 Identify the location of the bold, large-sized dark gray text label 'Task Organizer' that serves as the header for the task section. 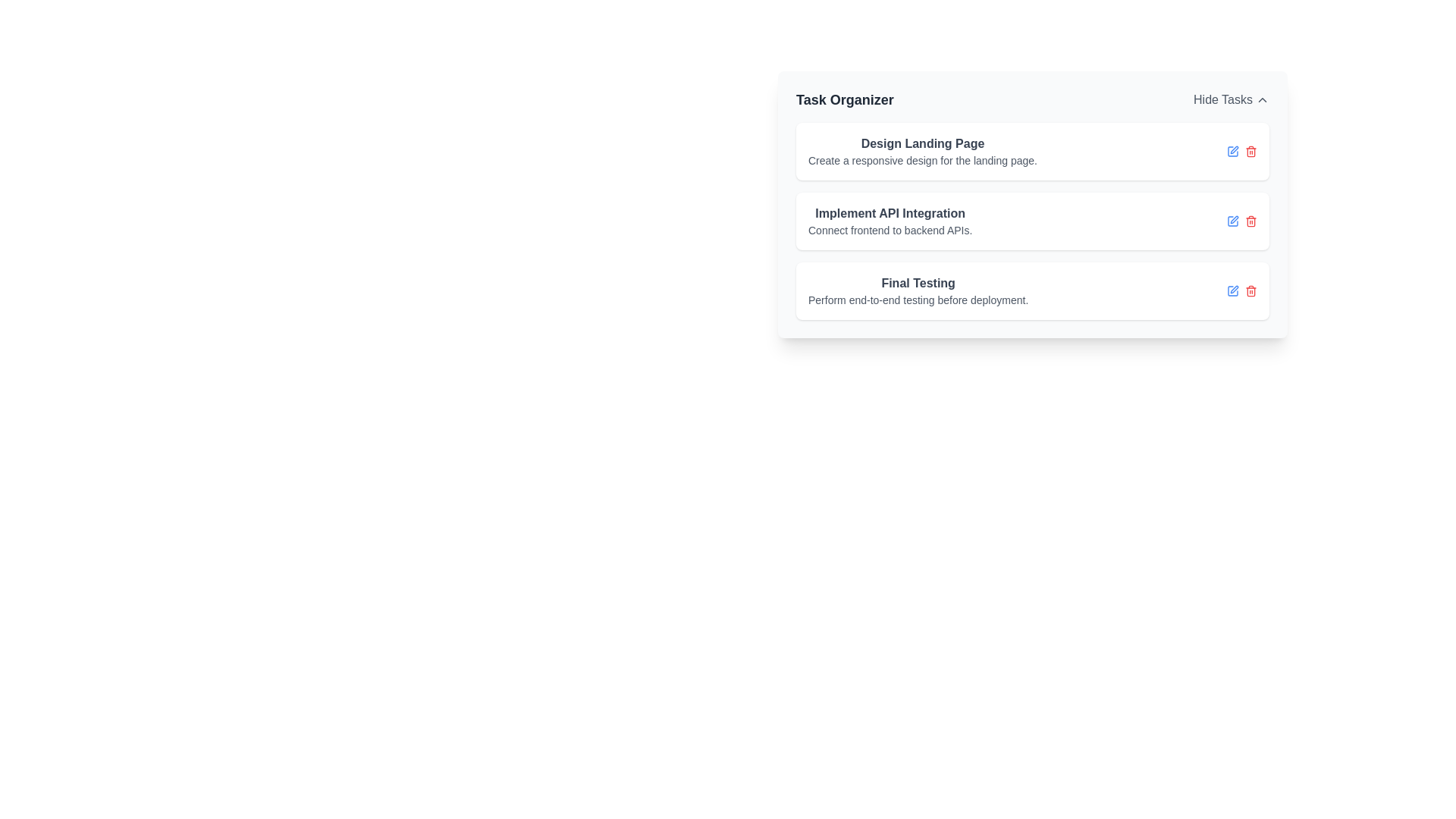
(844, 99).